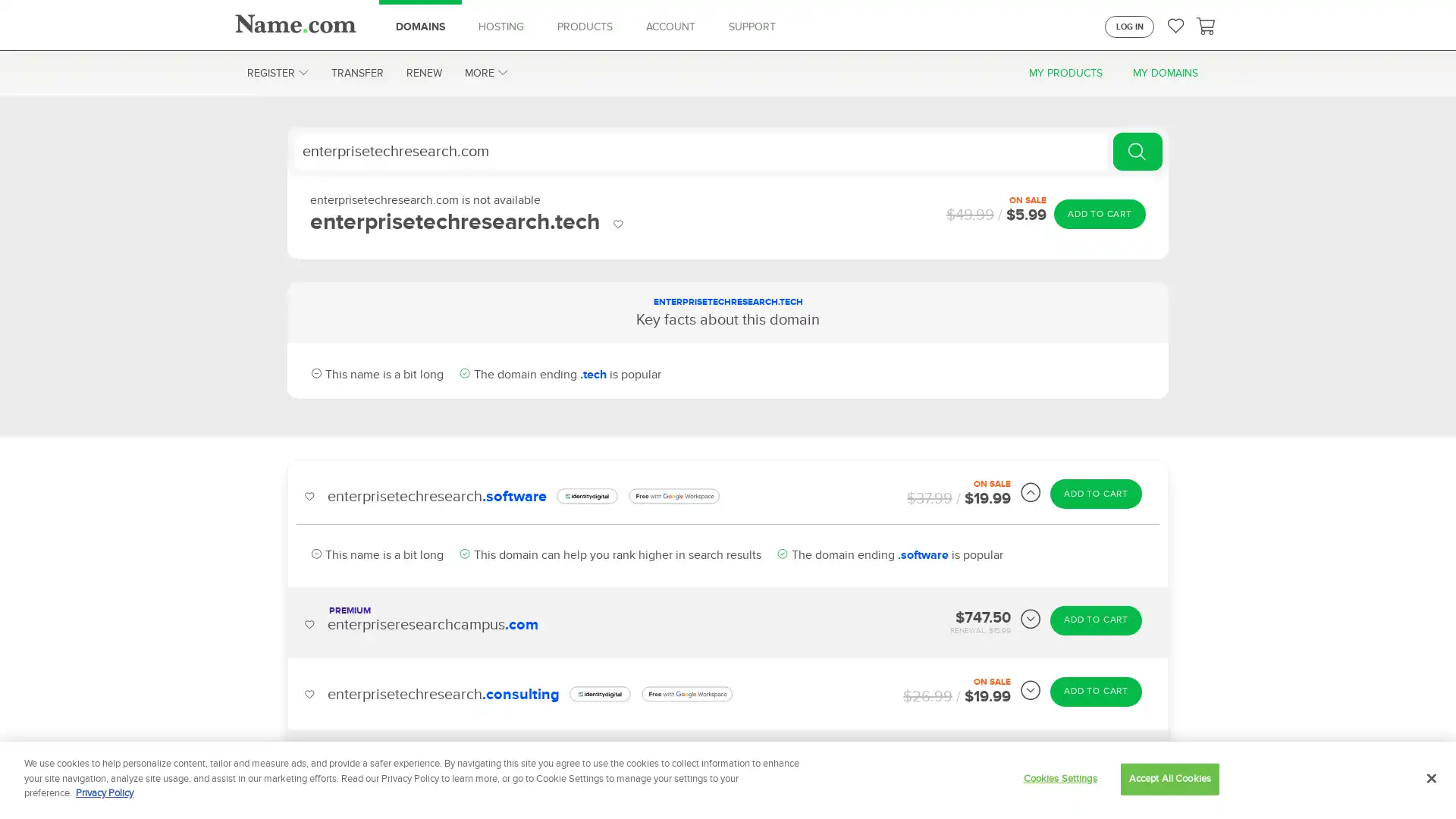 This screenshot has height=819, width=1456. Describe the element at coordinates (1096, 762) in the screenshot. I see `ADD TO CART` at that location.